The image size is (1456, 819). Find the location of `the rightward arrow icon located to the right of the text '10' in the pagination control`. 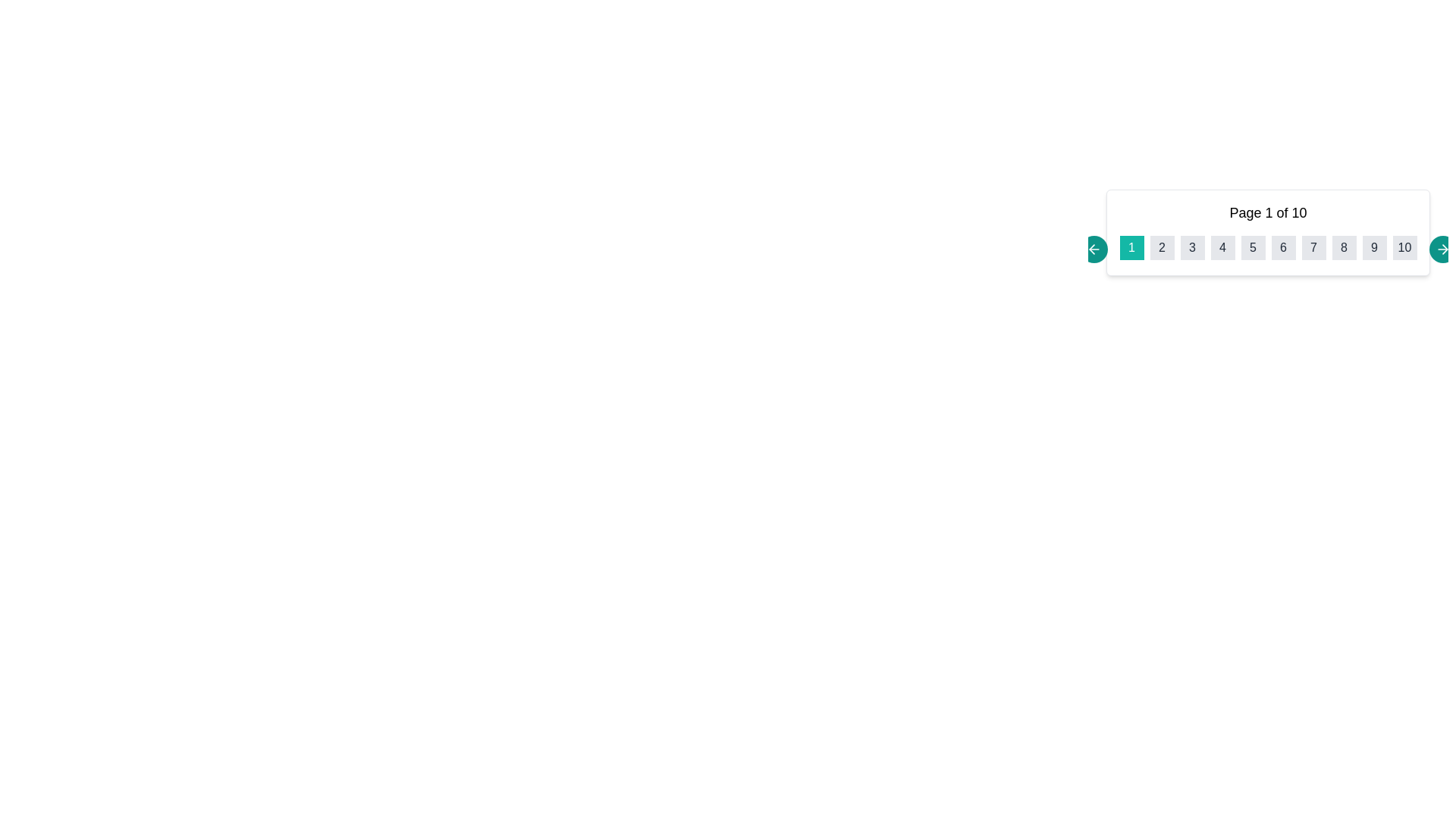

the rightward arrow icon located to the right of the text '10' in the pagination control is located at coordinates (1444, 248).